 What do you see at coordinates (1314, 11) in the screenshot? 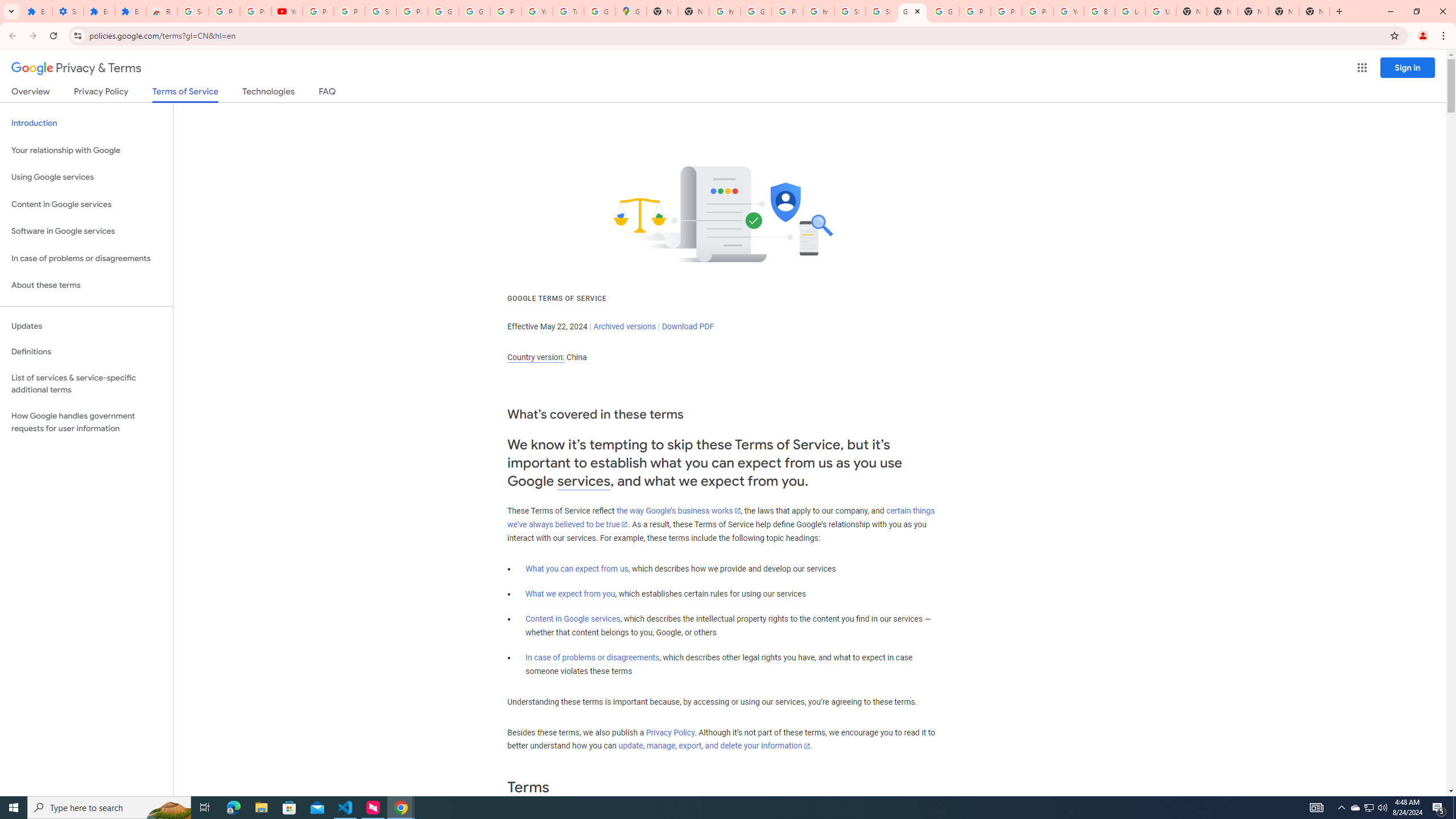
I see `'New Tab'` at bounding box center [1314, 11].